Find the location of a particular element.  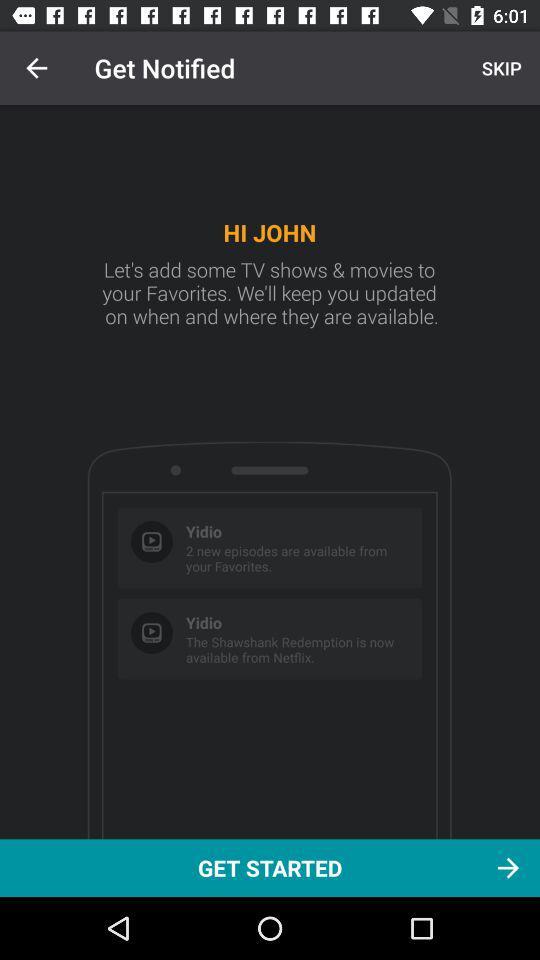

icon above get started icon is located at coordinates (498, 68).